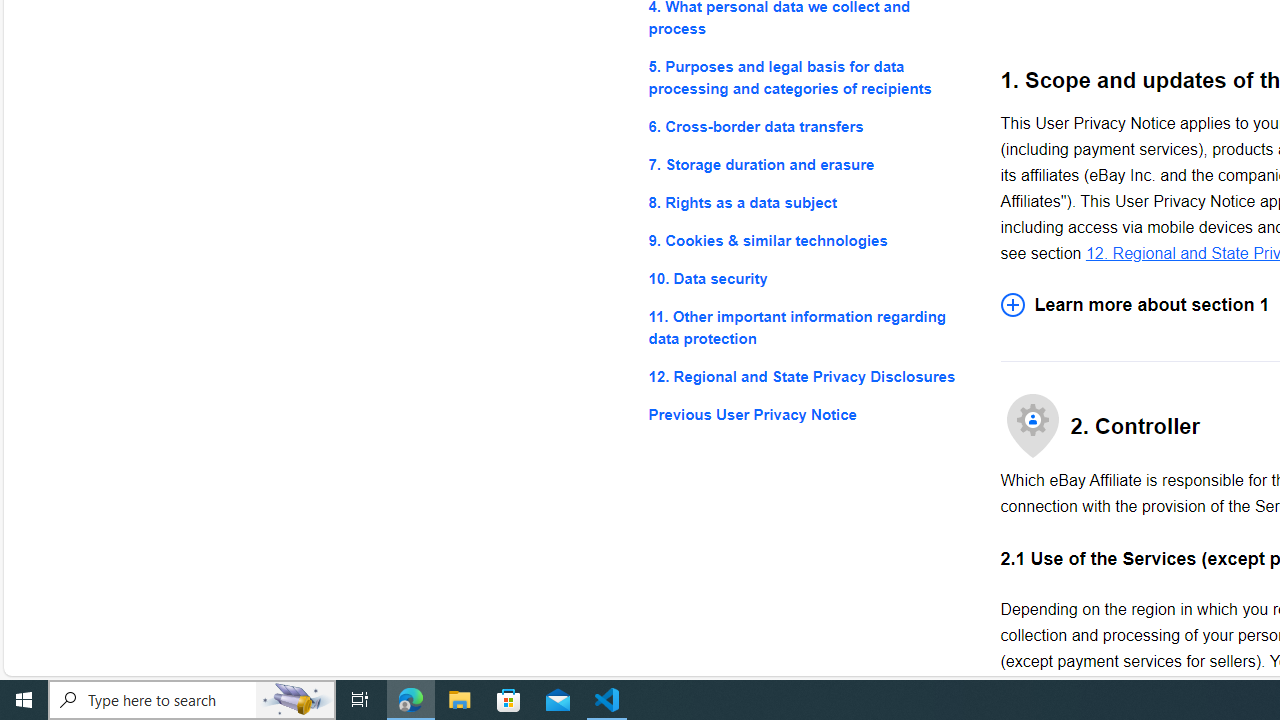 This screenshot has height=720, width=1280. I want to click on '9. Cookies & similar technologies', so click(808, 240).